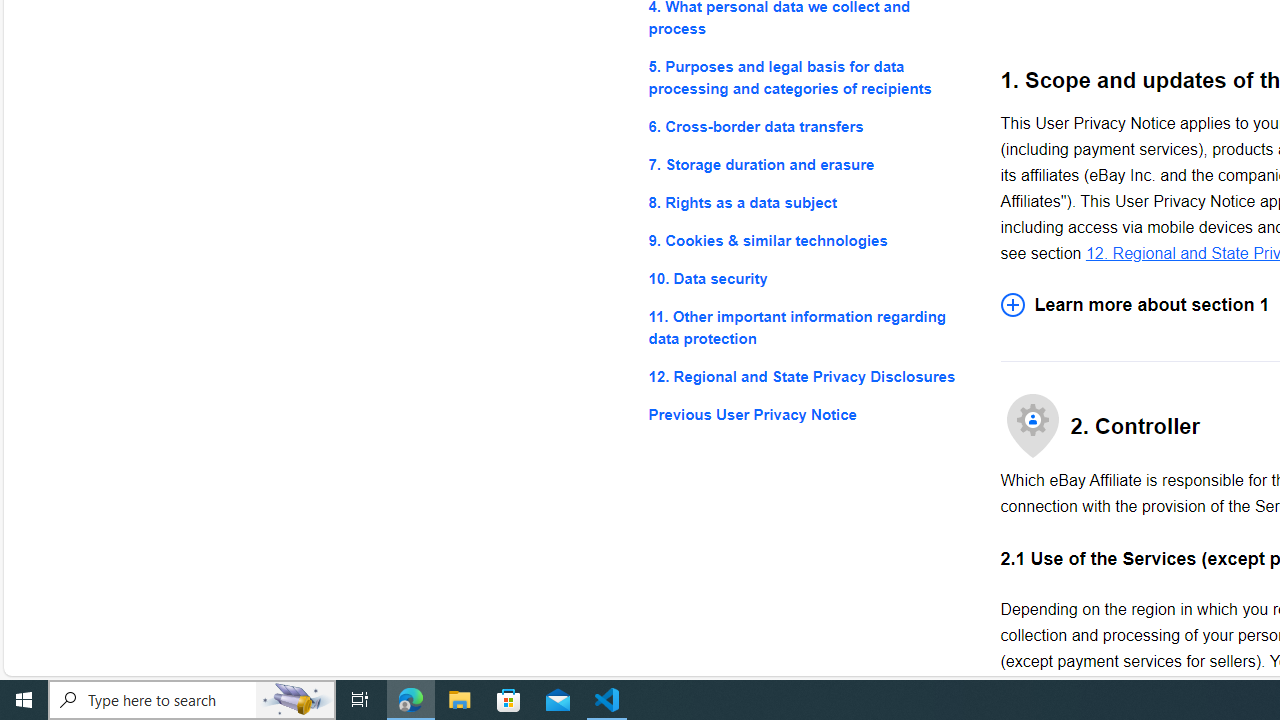 This screenshot has height=720, width=1280. I want to click on '9. Cookies & similar technologies', so click(808, 240).